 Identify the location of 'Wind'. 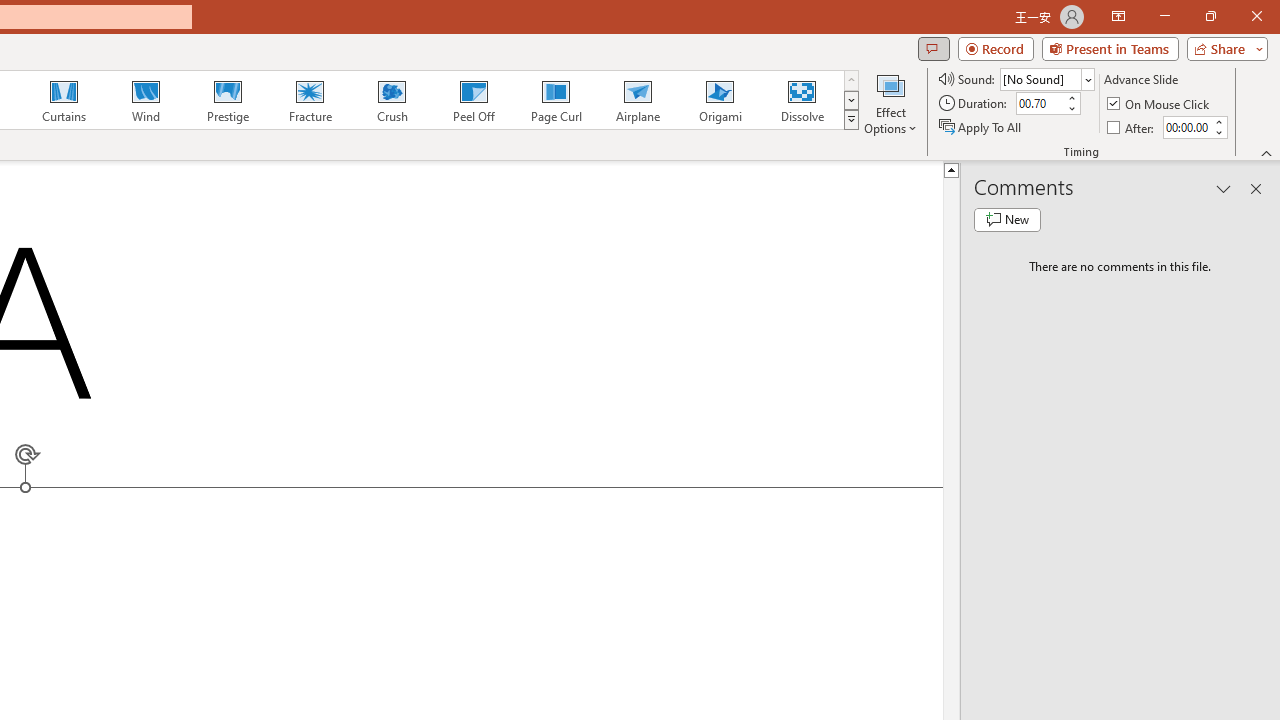
(144, 100).